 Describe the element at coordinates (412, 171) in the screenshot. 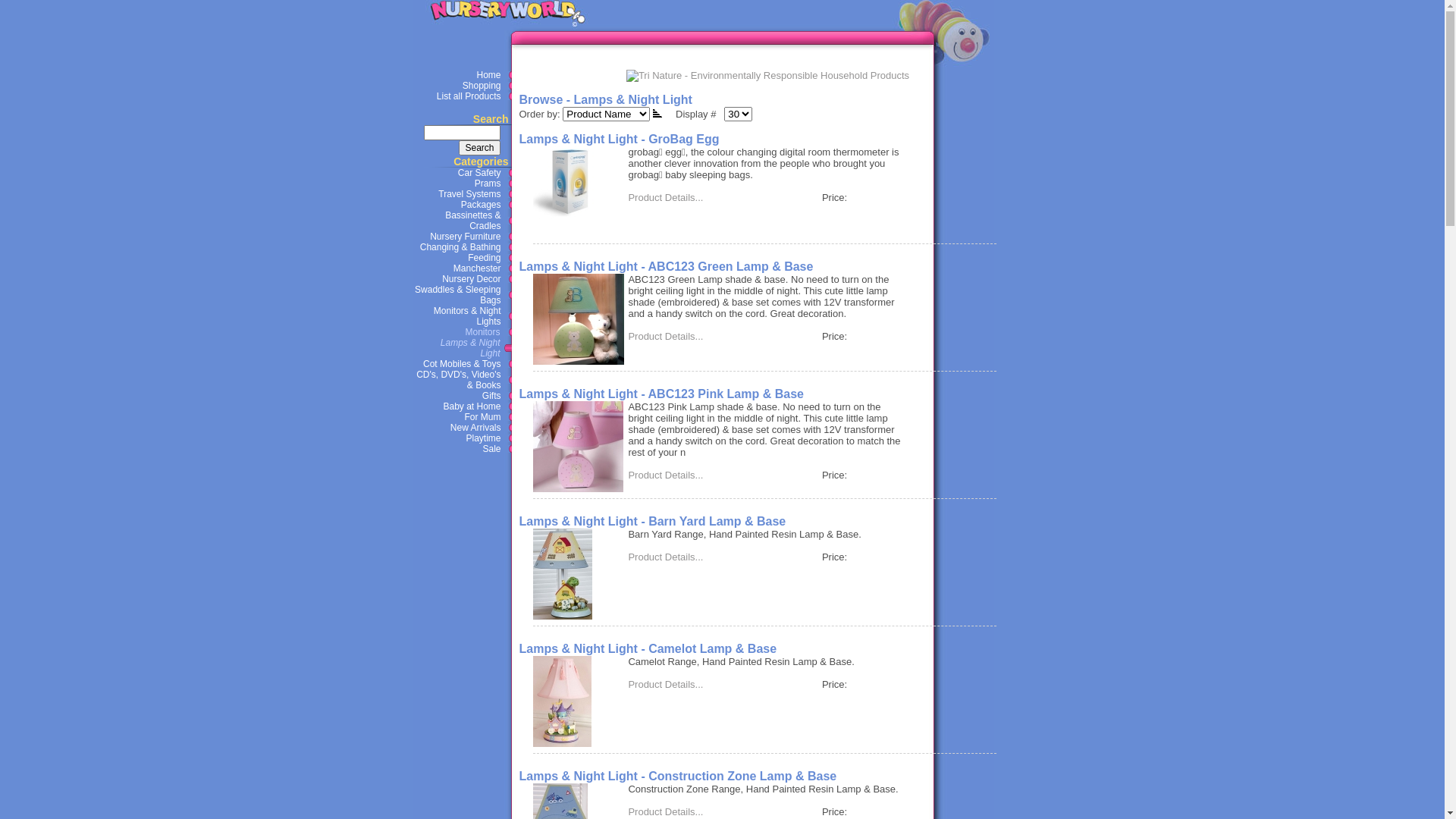

I see `'Car Safety'` at that location.